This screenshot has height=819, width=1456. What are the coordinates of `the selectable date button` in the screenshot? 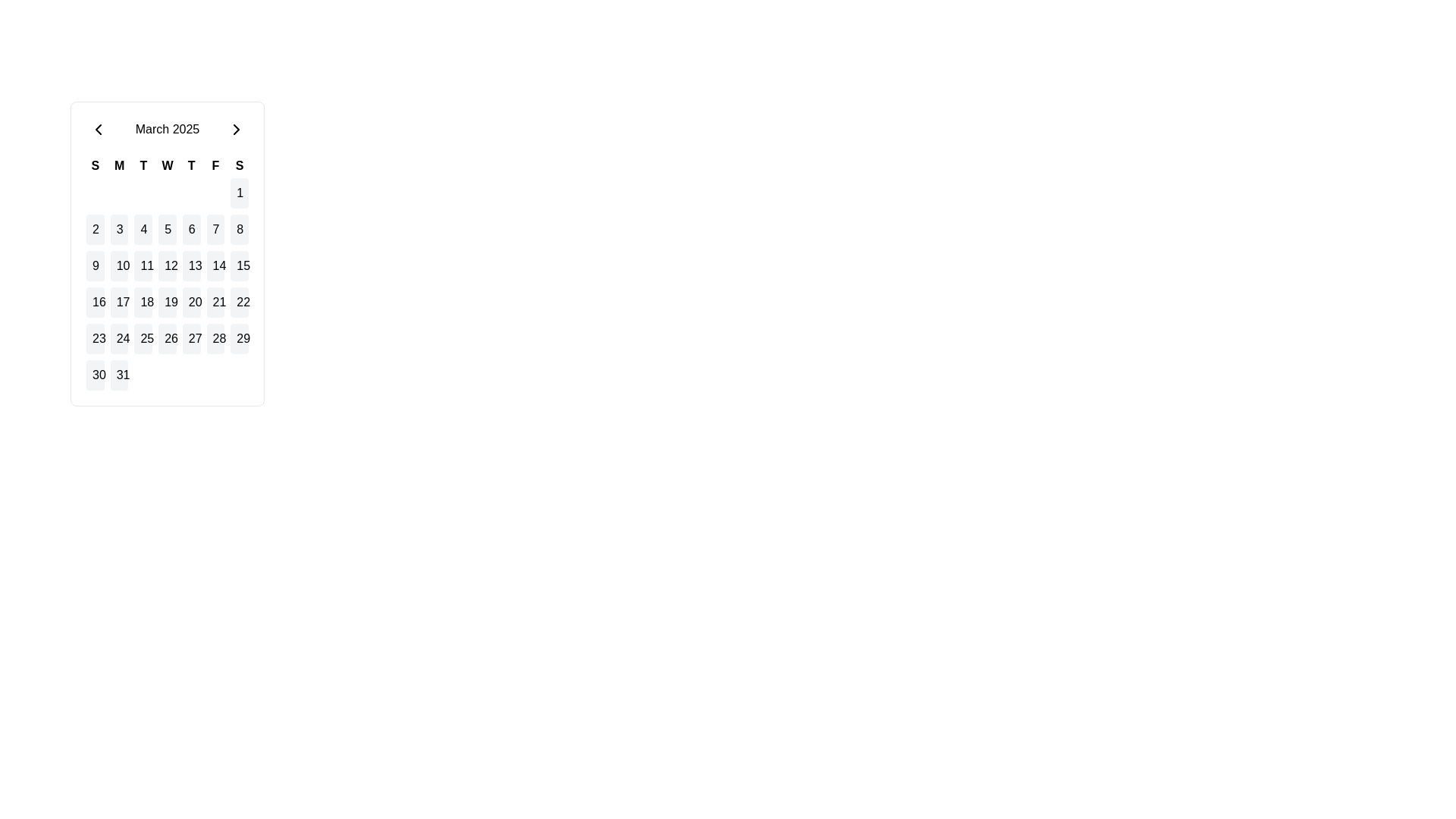 It's located at (167, 265).